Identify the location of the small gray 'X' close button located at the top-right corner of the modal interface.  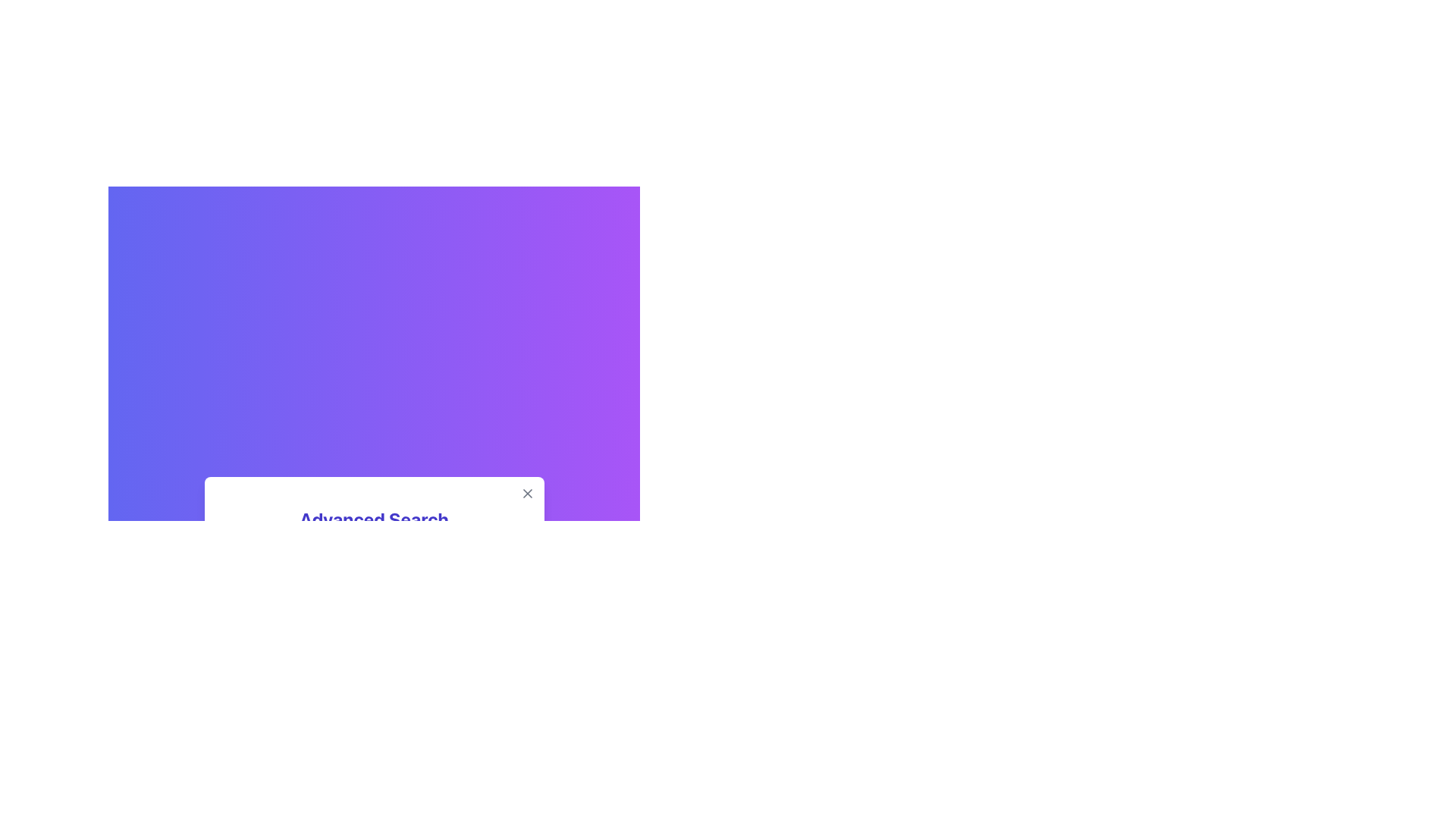
(527, 494).